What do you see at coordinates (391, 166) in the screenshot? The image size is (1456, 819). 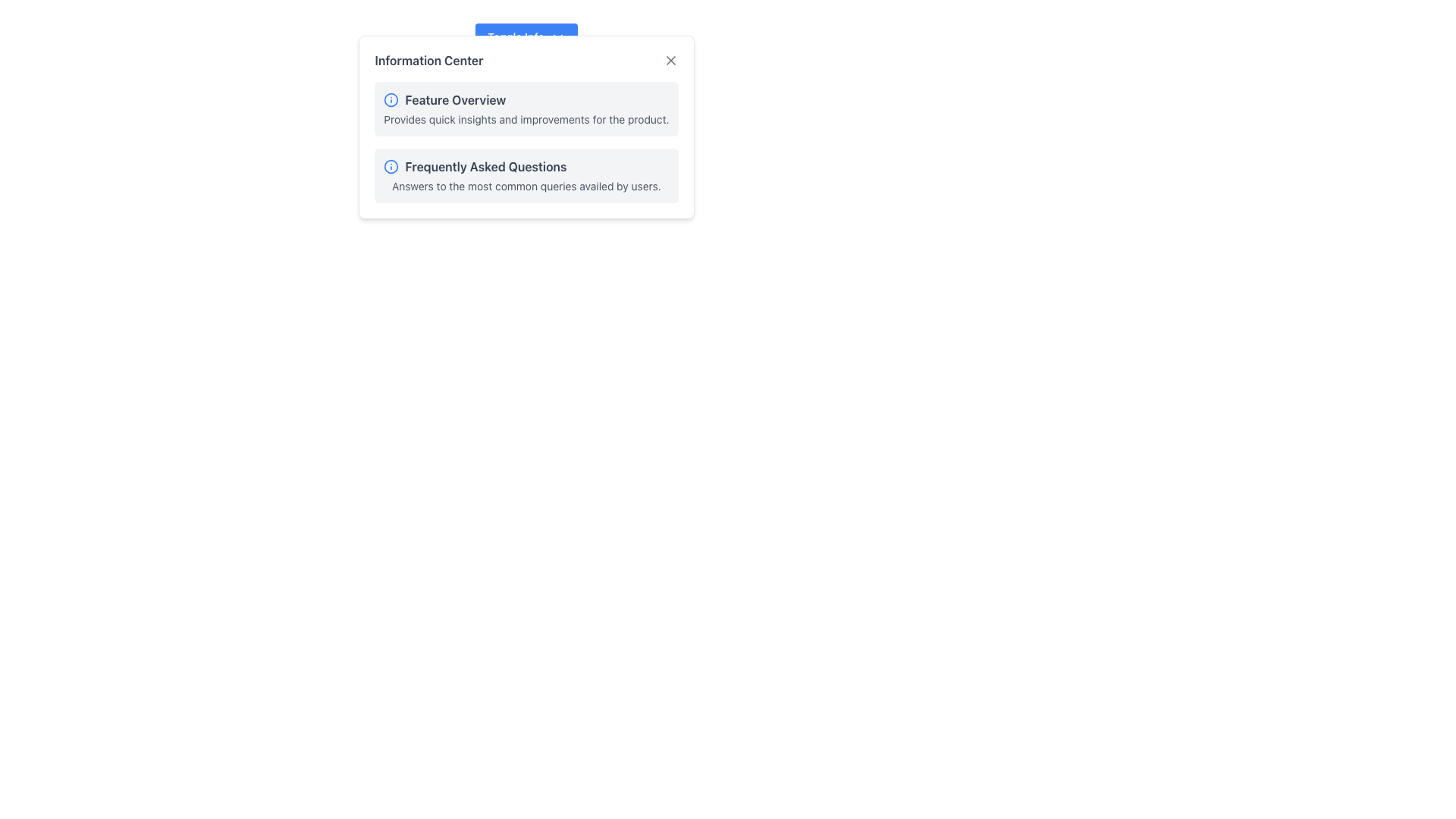 I see `the blue circular information icon located to the left of the 'Frequently Asked Questions' text in the 'Information Center' modal` at bounding box center [391, 166].